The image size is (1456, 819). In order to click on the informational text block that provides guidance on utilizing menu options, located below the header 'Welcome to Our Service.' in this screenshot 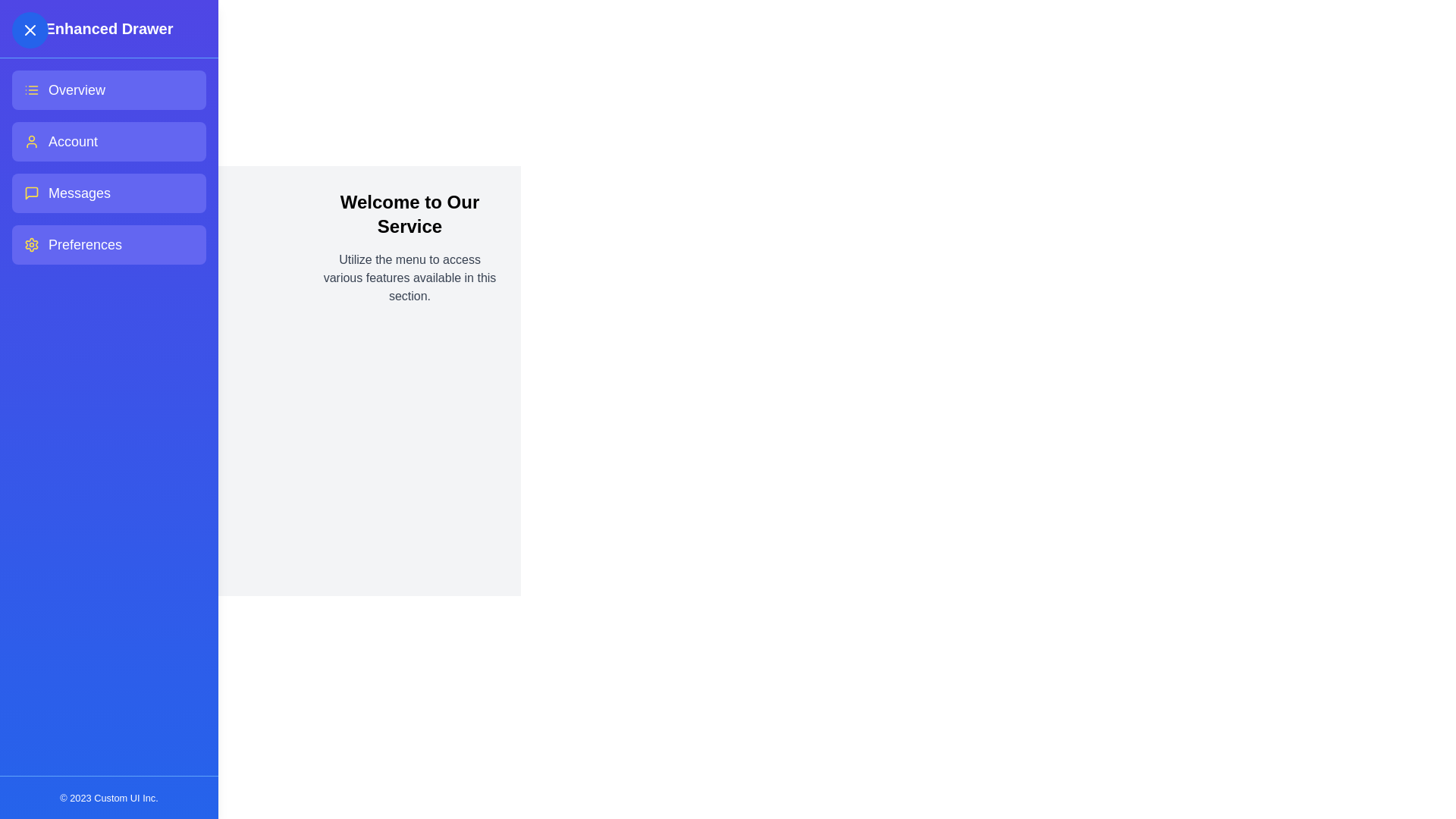, I will do `click(409, 278)`.